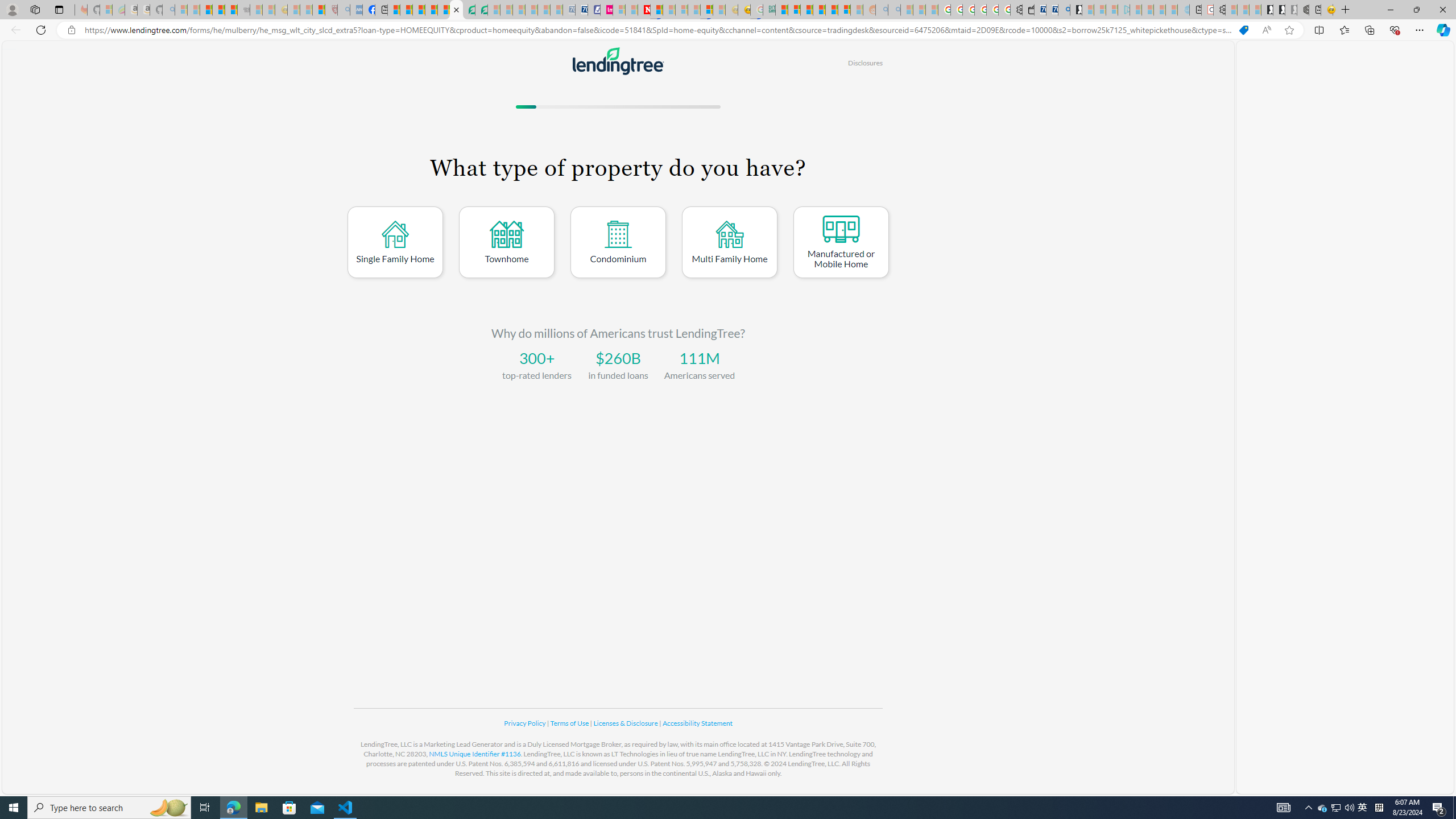  What do you see at coordinates (864, 63) in the screenshot?
I see `'Disclosures'` at bounding box center [864, 63].